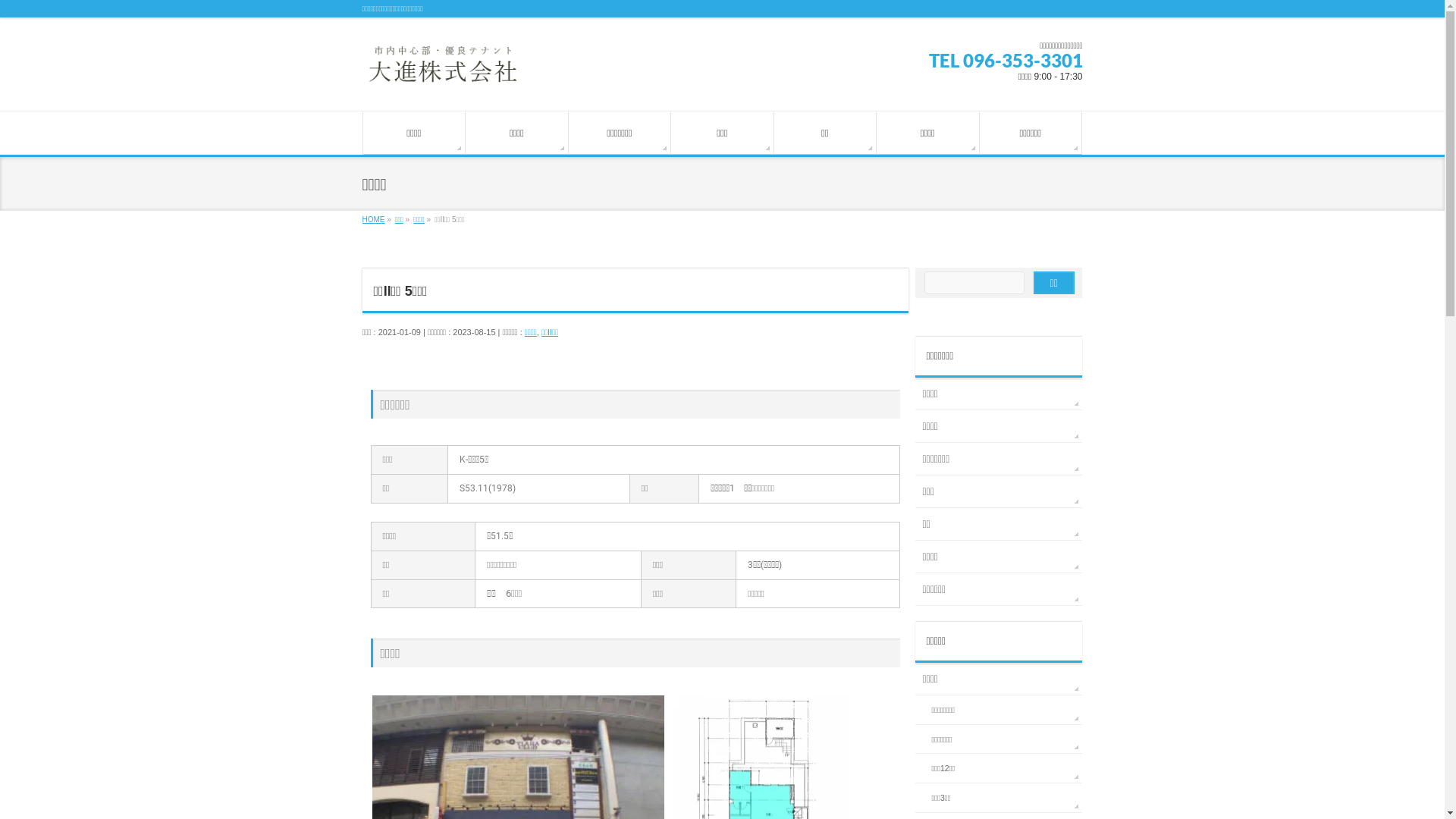 This screenshot has height=819, width=1456. What do you see at coordinates (374, 219) in the screenshot?
I see `'HOME'` at bounding box center [374, 219].